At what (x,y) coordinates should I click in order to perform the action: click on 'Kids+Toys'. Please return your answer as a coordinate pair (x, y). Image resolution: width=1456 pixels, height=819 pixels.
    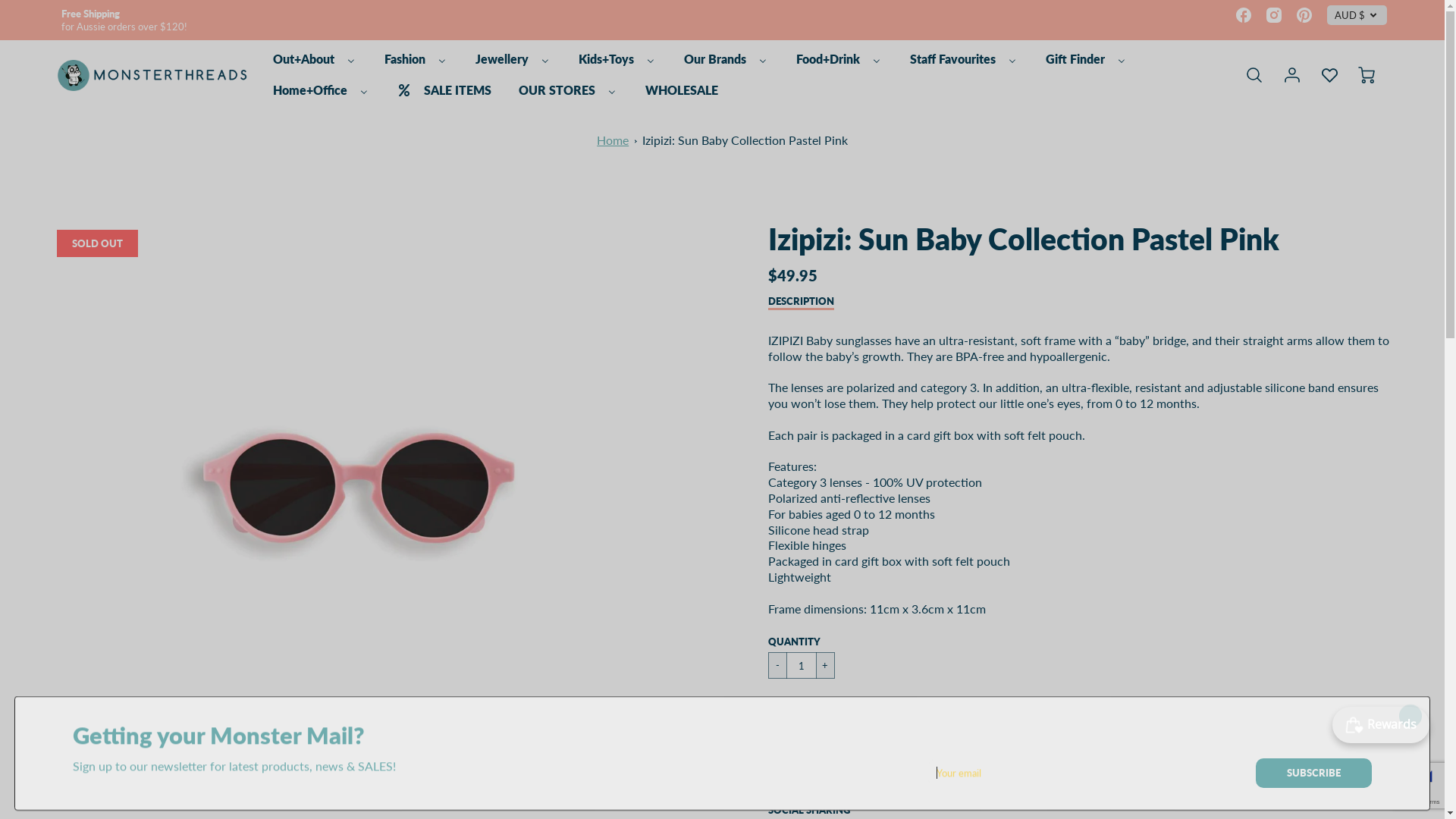
    Looking at the image, I should click on (574, 58).